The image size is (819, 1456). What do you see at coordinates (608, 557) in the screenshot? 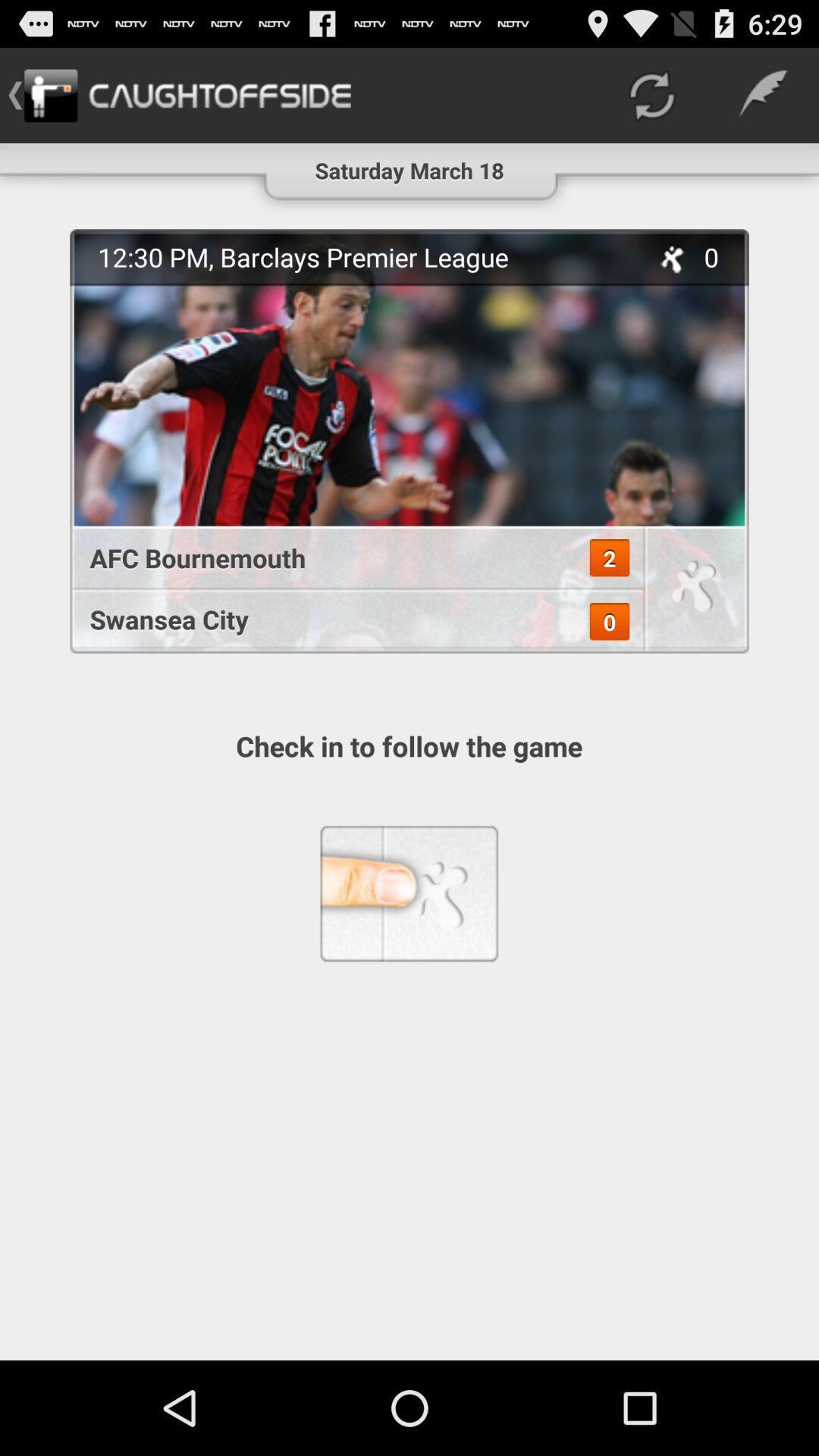
I see `app below the 12 30 pm icon` at bounding box center [608, 557].